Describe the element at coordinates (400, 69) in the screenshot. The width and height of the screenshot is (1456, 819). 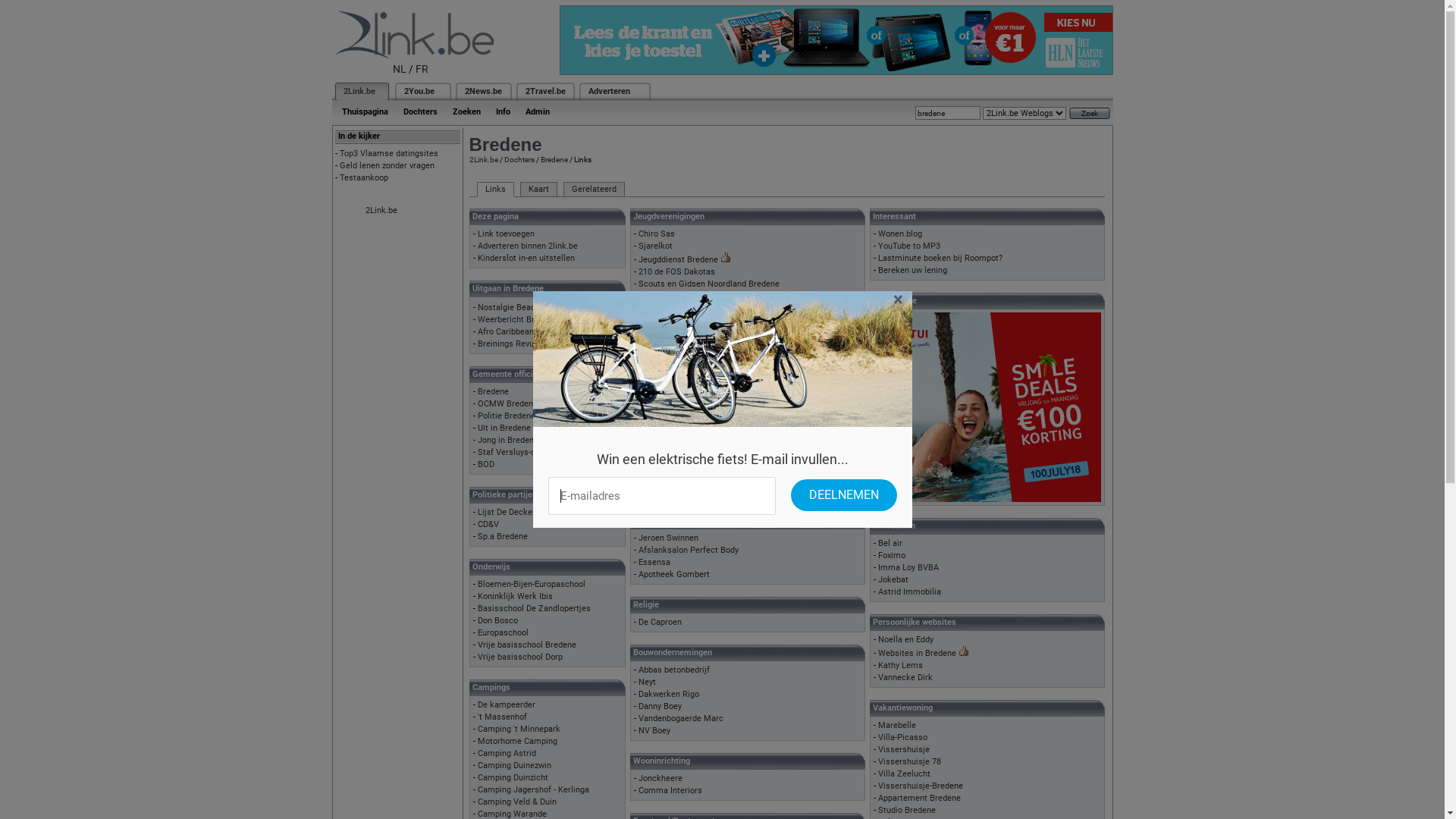
I see `'NL'` at that location.